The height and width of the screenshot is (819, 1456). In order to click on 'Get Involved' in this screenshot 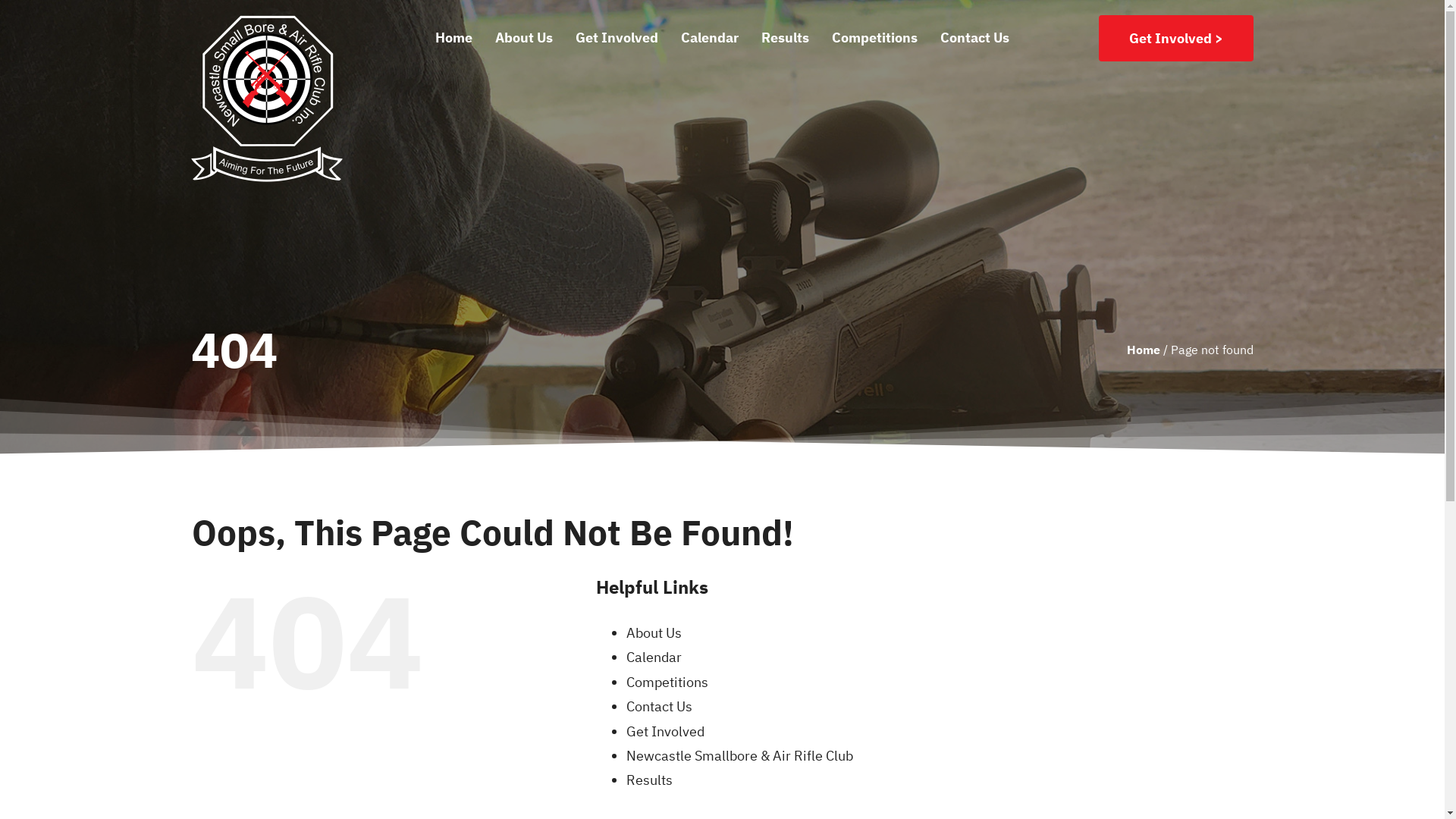, I will do `click(665, 730)`.